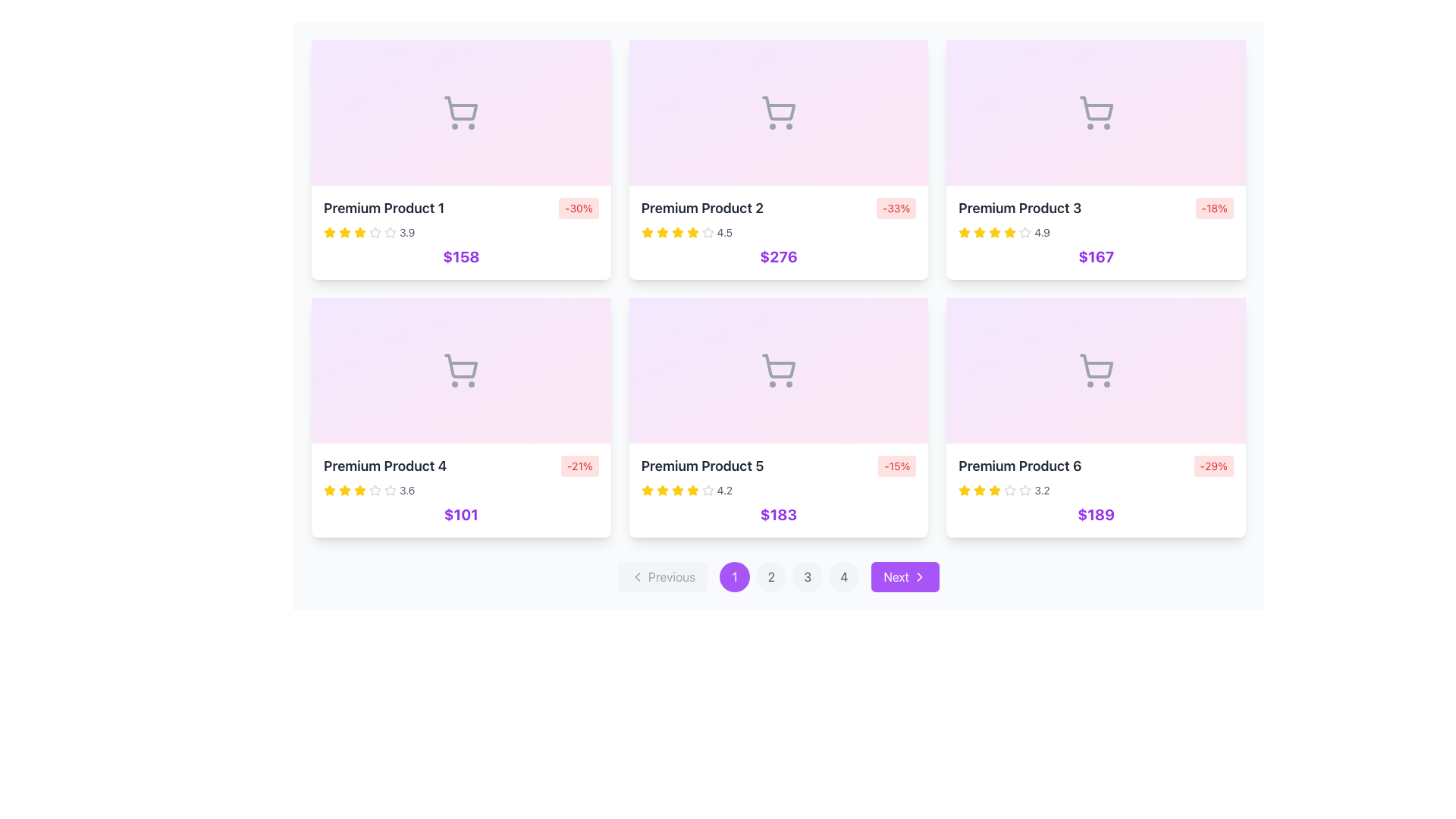  I want to click on price information displayed as '$158' in bold and purple color, located centrally beneath the product title and rating components within the product card for 'Premium Product 1', so click(460, 256).